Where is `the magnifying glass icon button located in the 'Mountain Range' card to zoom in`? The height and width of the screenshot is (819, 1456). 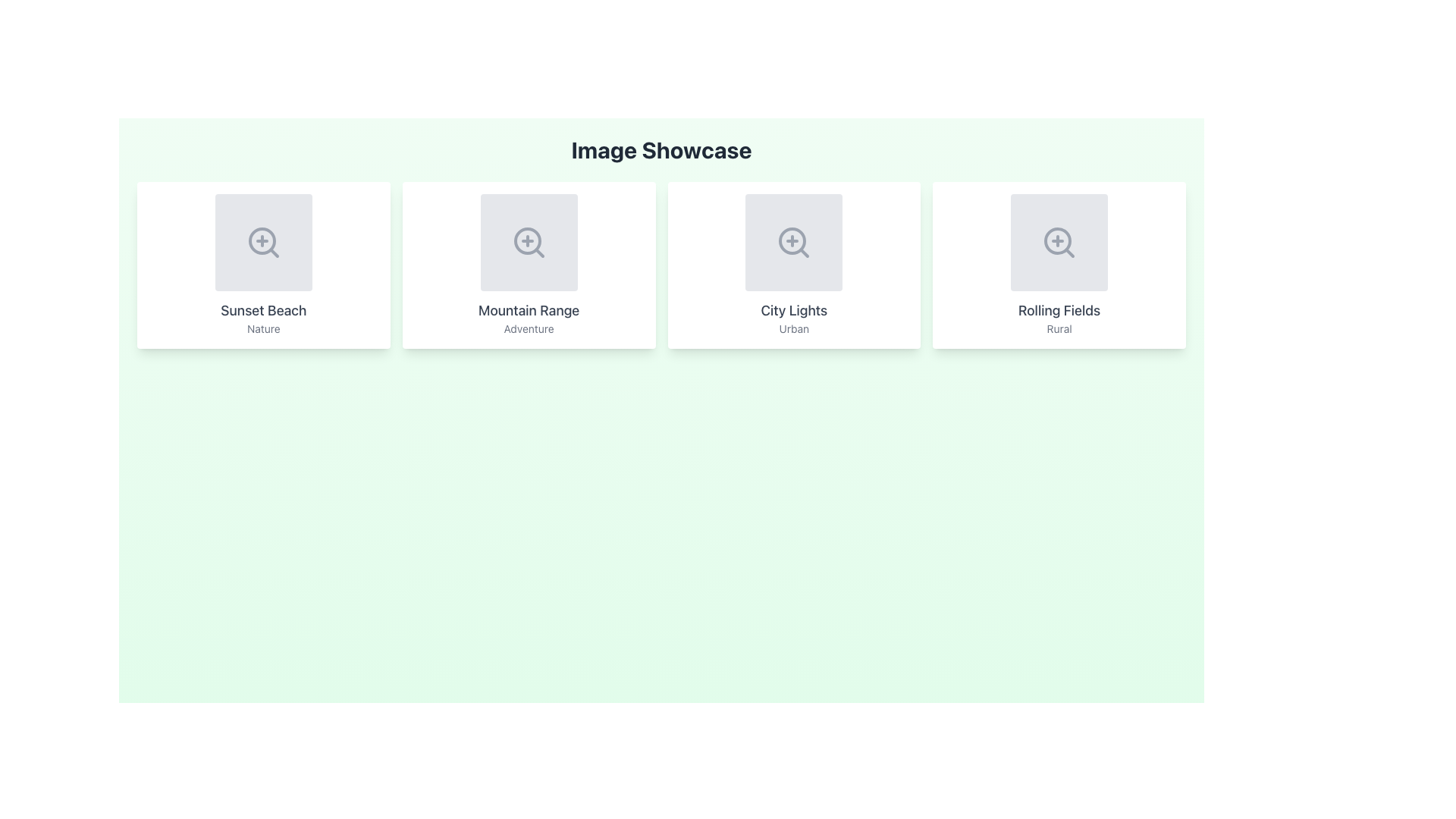 the magnifying glass icon button located in the 'Mountain Range' card to zoom in is located at coordinates (529, 242).